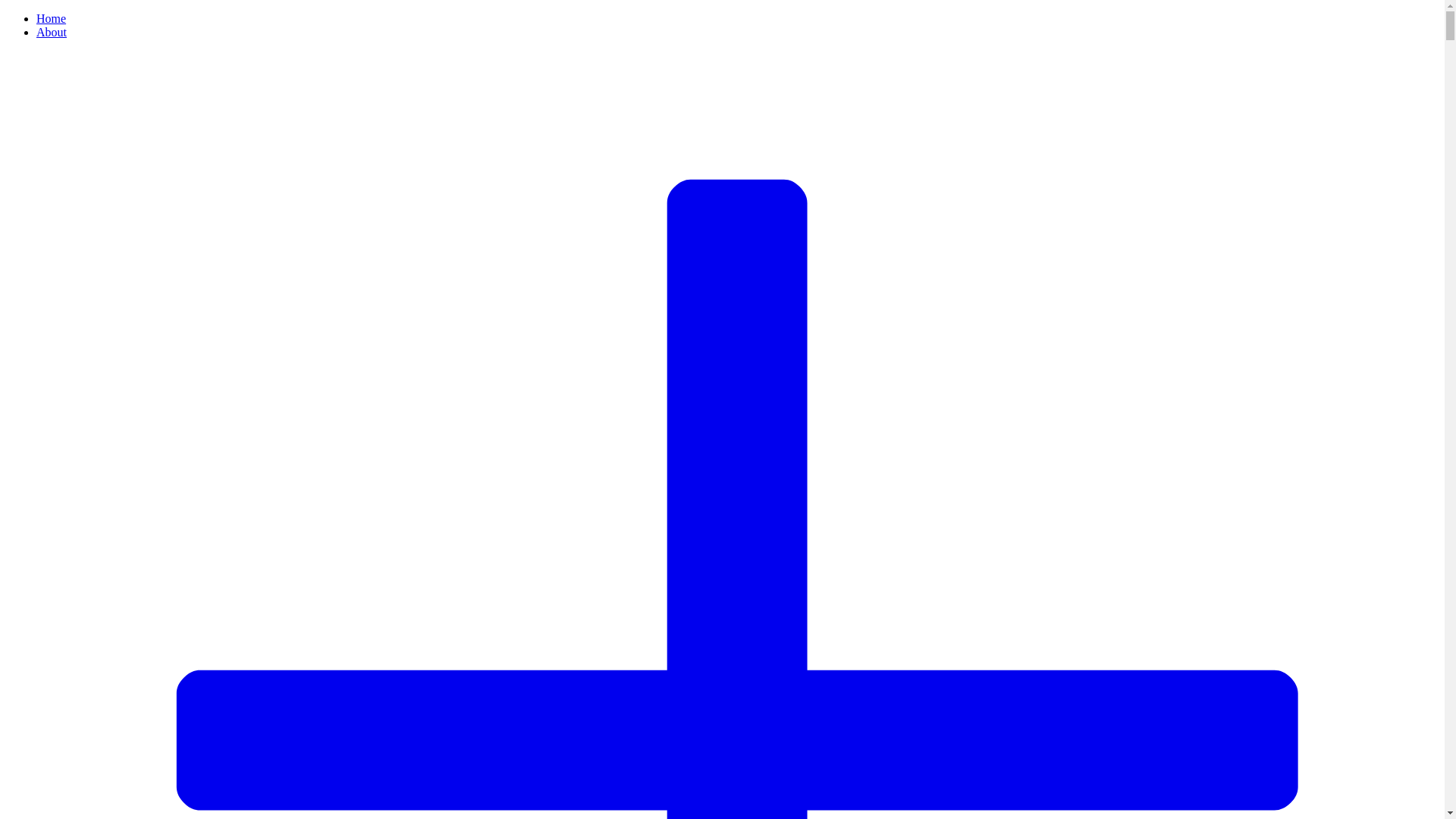 Image resolution: width=1456 pixels, height=819 pixels. What do you see at coordinates (51, 18) in the screenshot?
I see `'Home'` at bounding box center [51, 18].